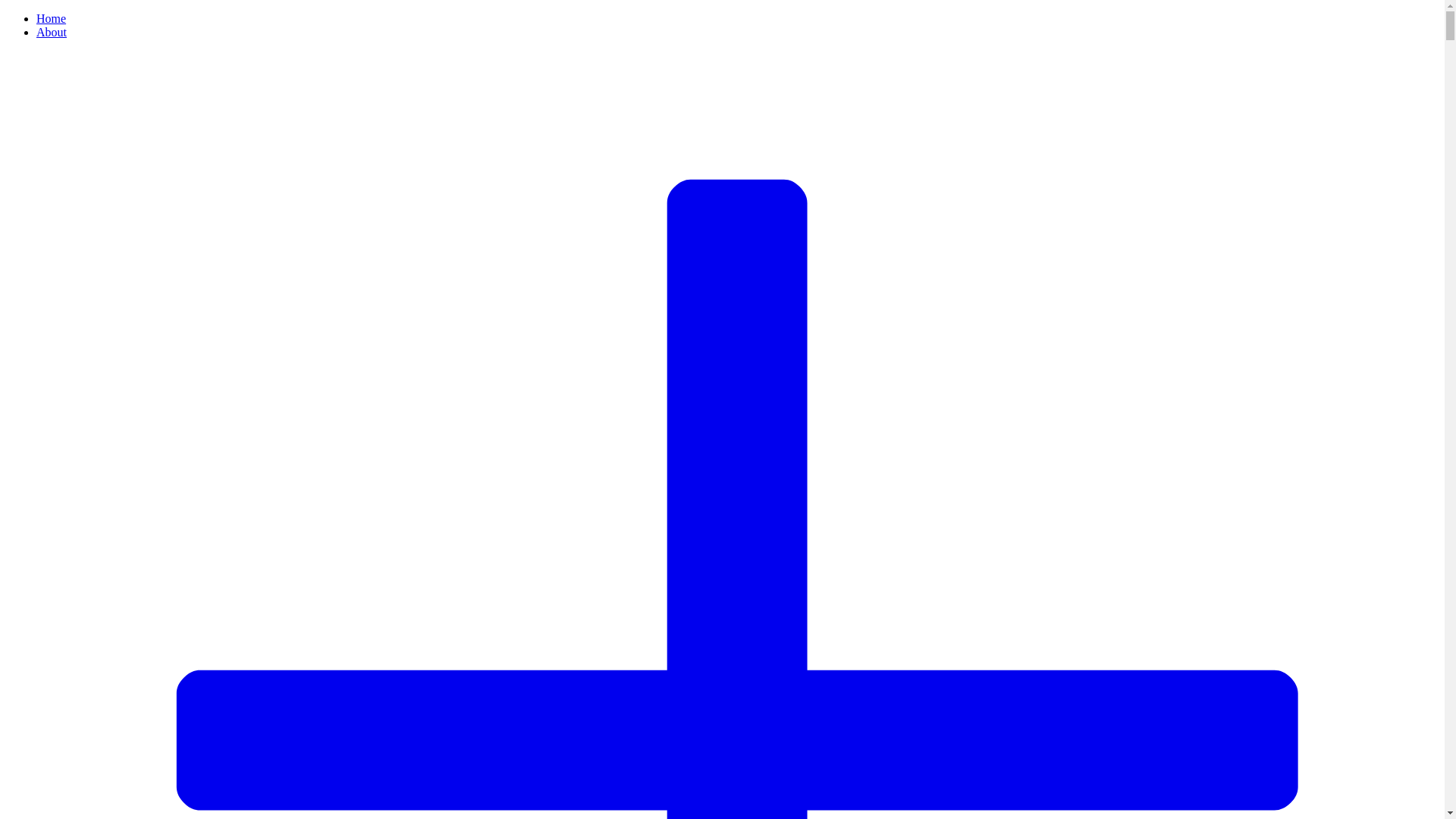 Image resolution: width=1456 pixels, height=819 pixels. What do you see at coordinates (51, 18) in the screenshot?
I see `'Home'` at bounding box center [51, 18].